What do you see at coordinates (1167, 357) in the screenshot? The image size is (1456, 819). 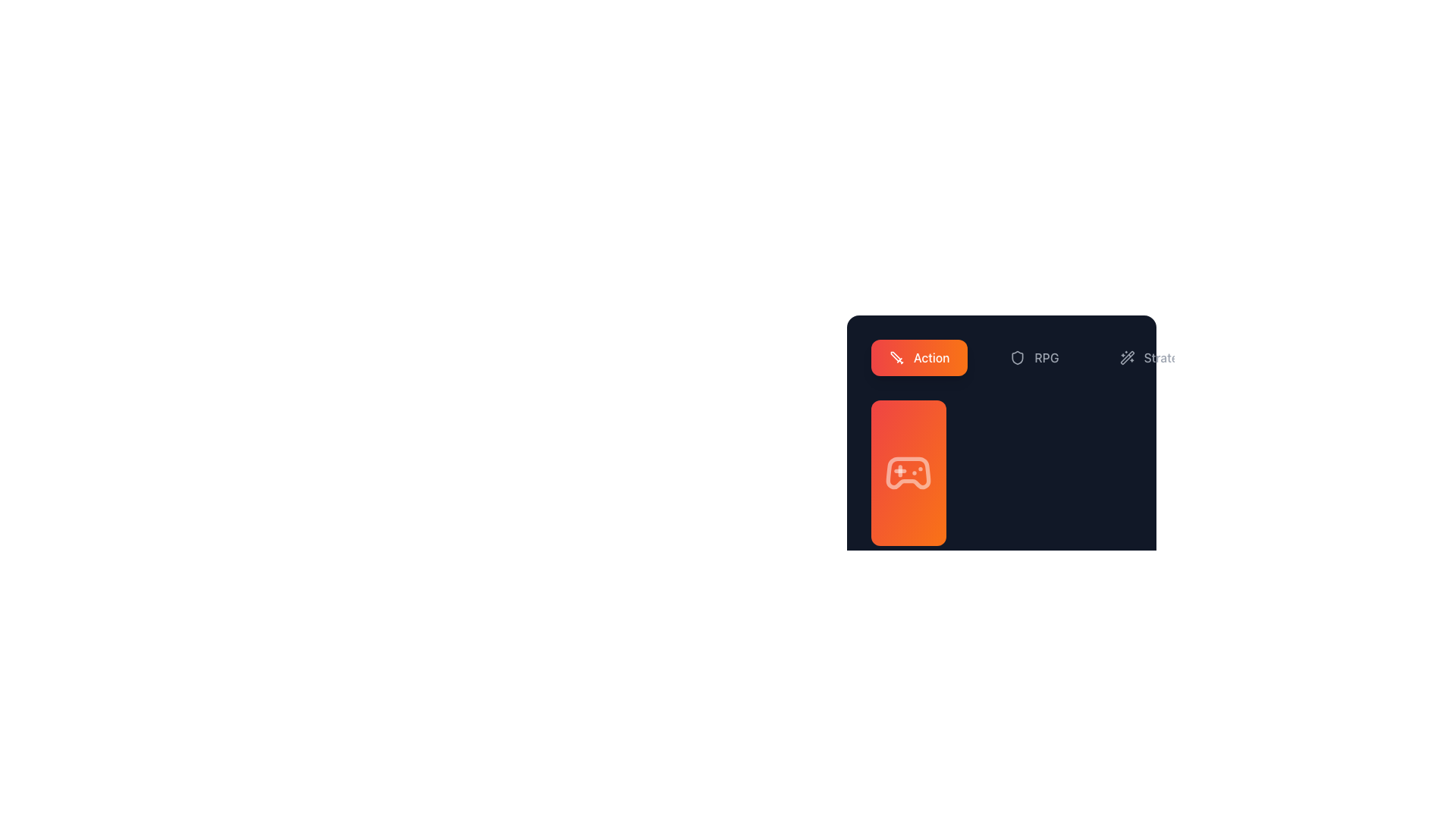 I see `the text label displaying 'Strategy', which is styled in light gray and positioned near a star icon in the top-right area of the interface` at bounding box center [1167, 357].